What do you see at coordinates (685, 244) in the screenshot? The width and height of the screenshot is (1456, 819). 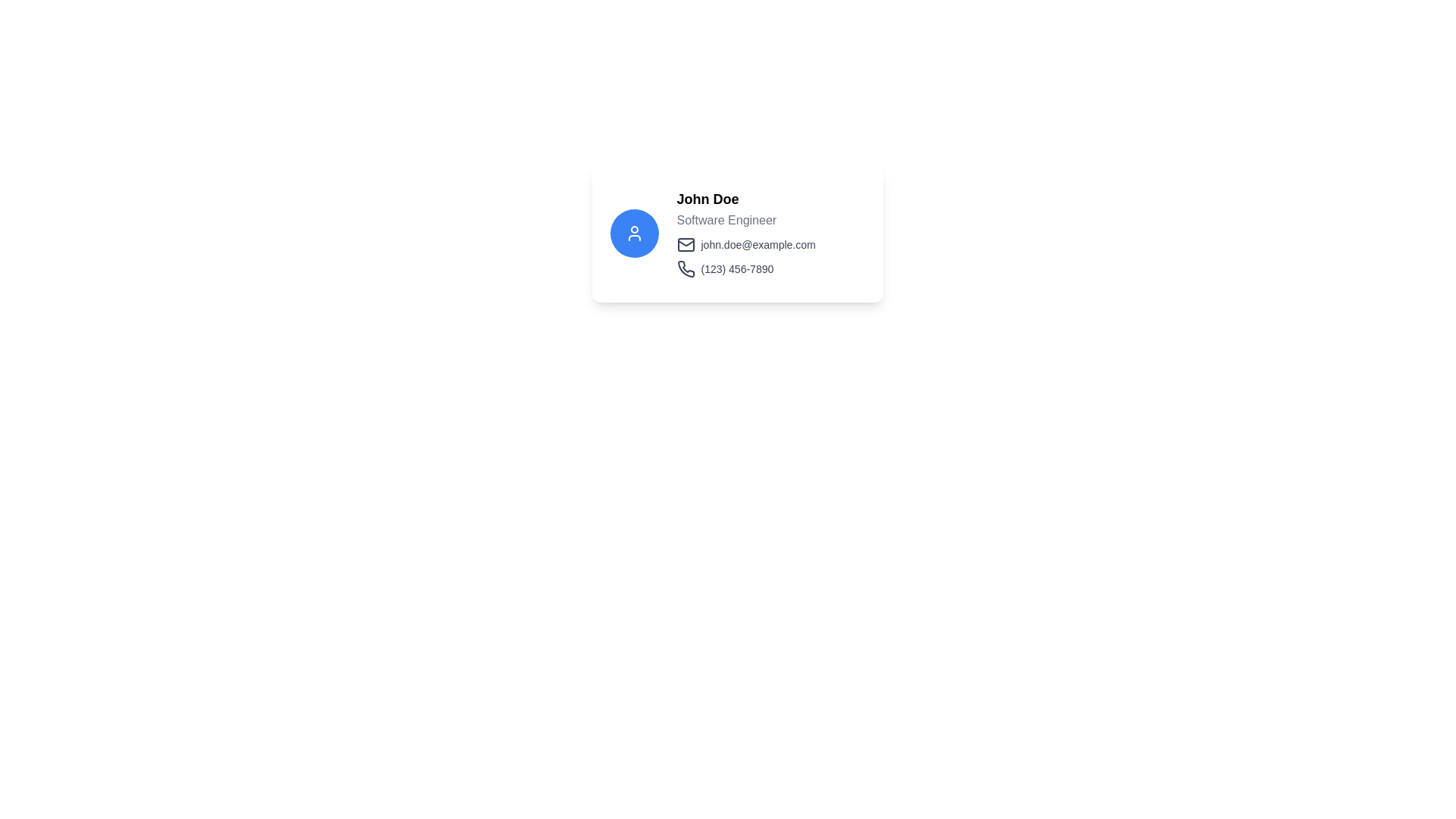 I see `the envelope-shaped icon with a black outline, located to the left of the text 'john.doe@example.com'` at bounding box center [685, 244].